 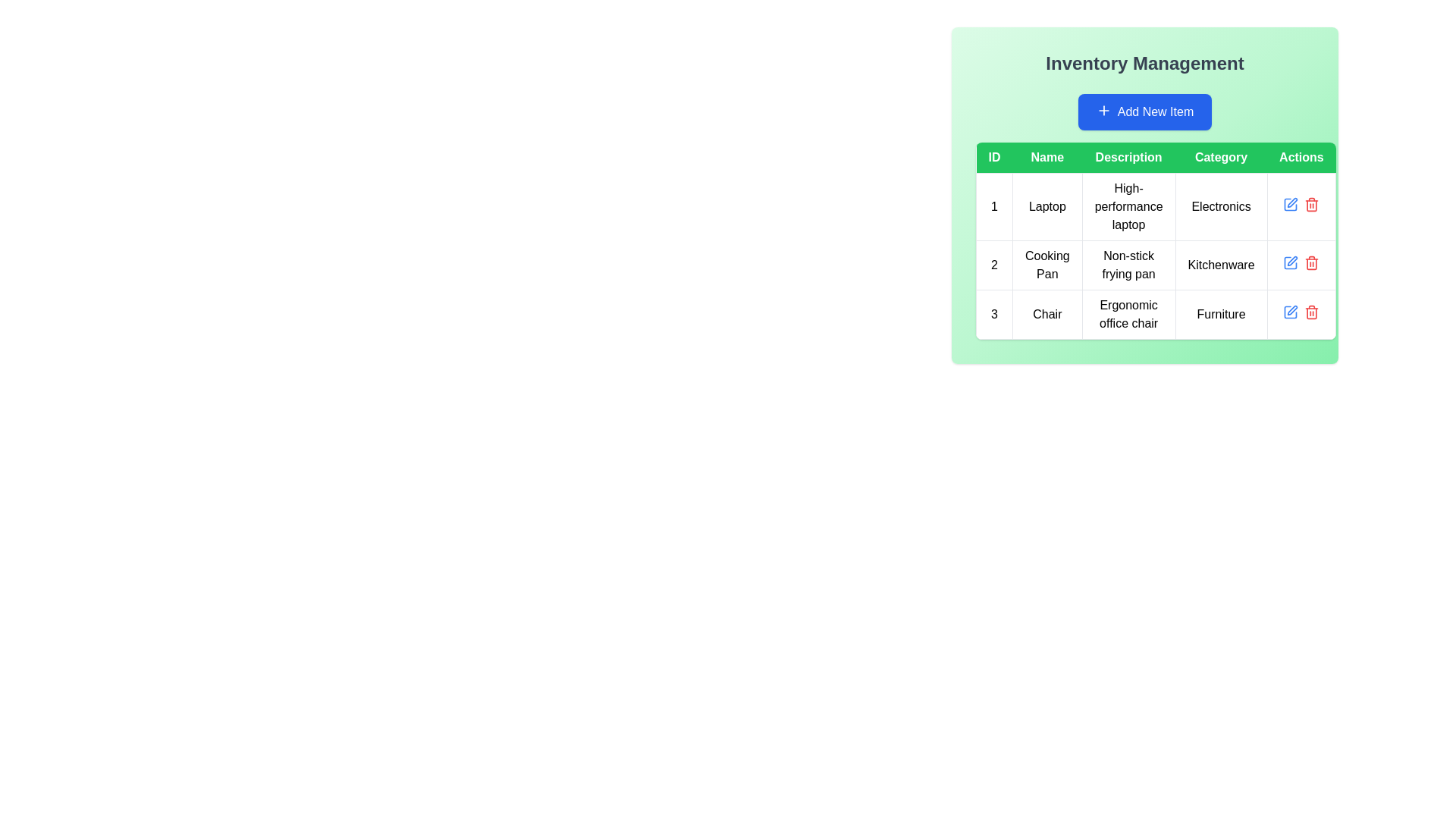 What do you see at coordinates (1290, 203) in the screenshot?
I see `the edit button in the 'Actions' column of the first row of the table corresponding to the 'Laptop' item` at bounding box center [1290, 203].